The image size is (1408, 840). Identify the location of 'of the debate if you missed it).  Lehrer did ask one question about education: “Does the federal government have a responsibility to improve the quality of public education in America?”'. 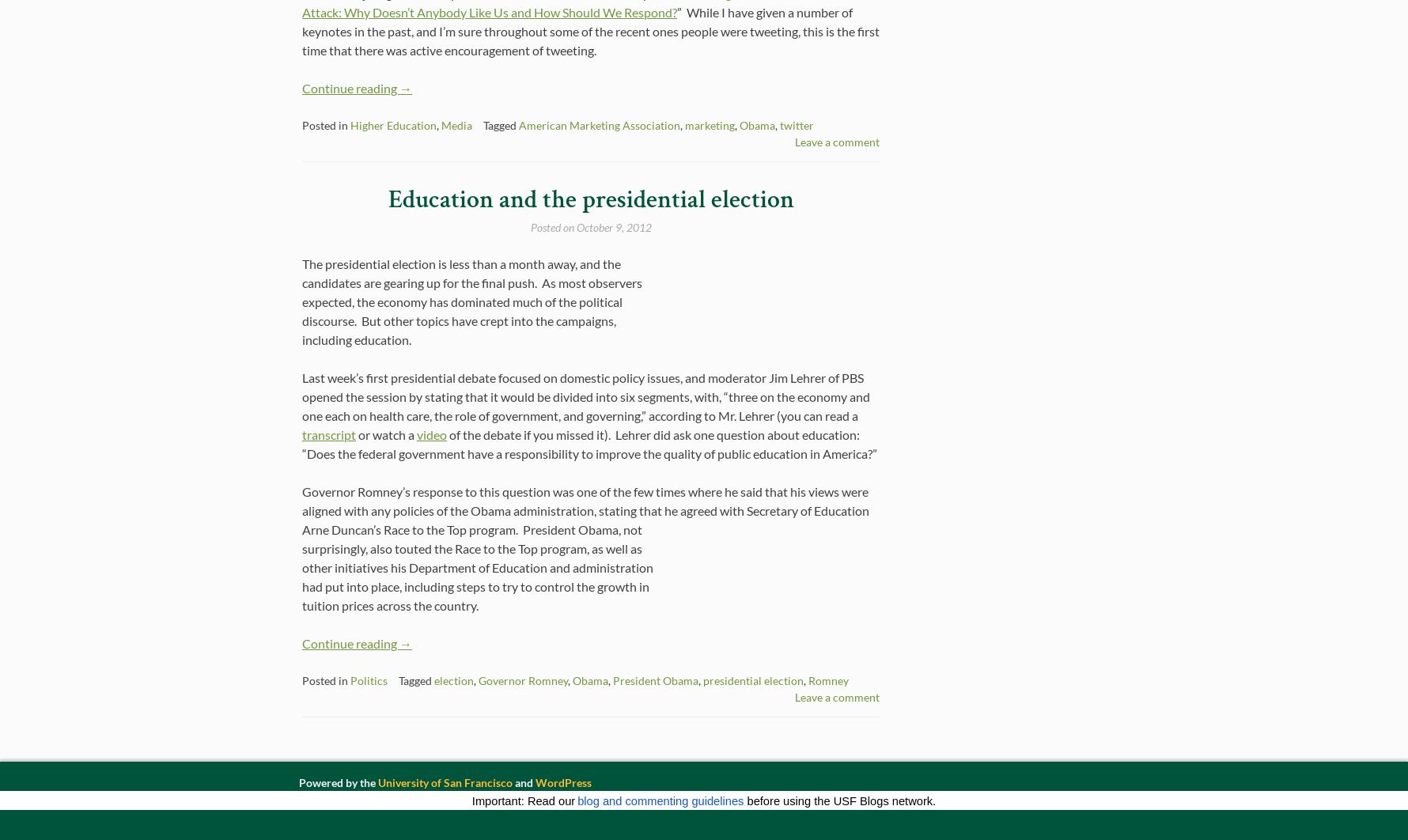
(589, 444).